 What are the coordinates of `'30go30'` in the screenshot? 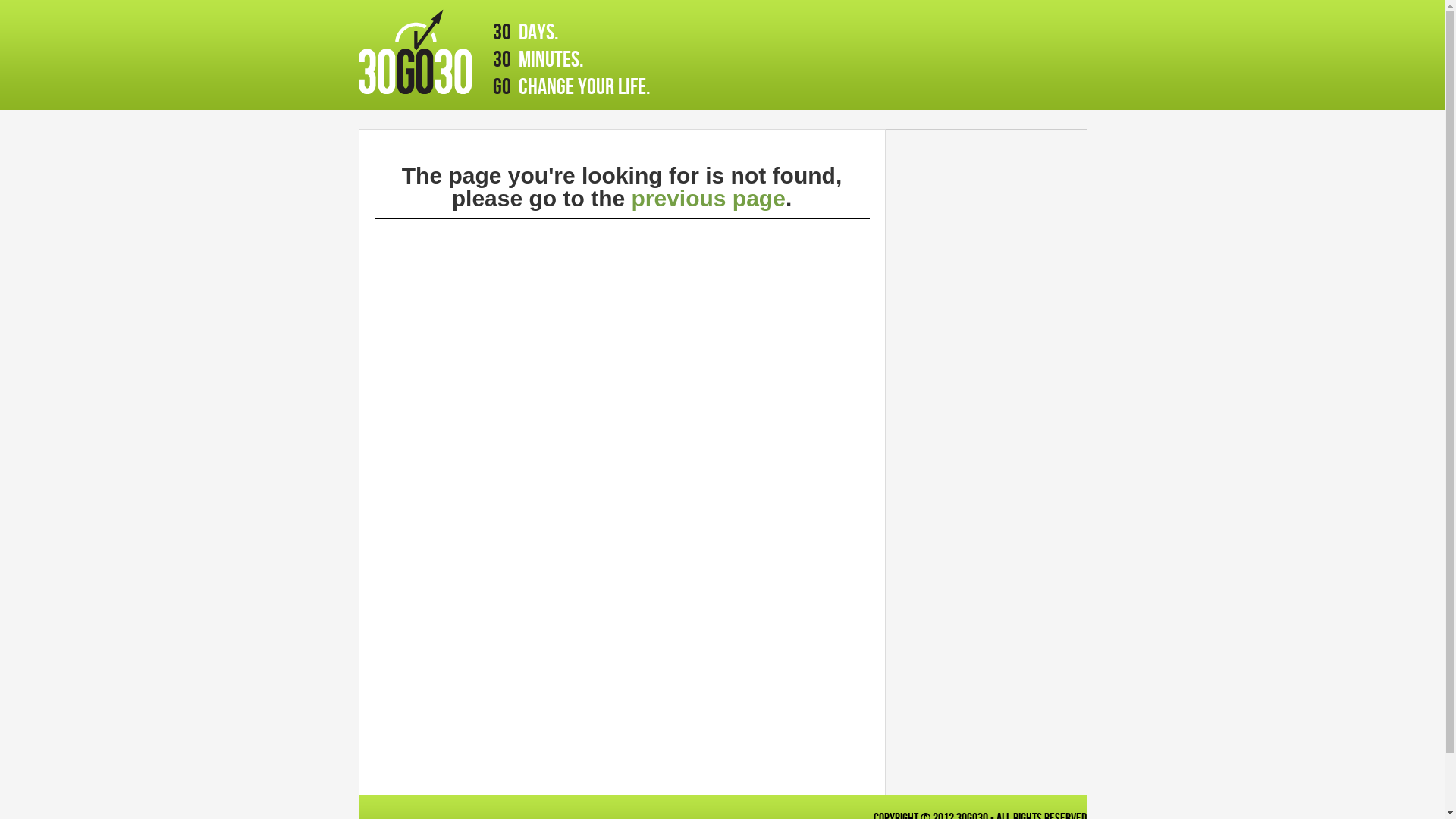 It's located at (415, 51).